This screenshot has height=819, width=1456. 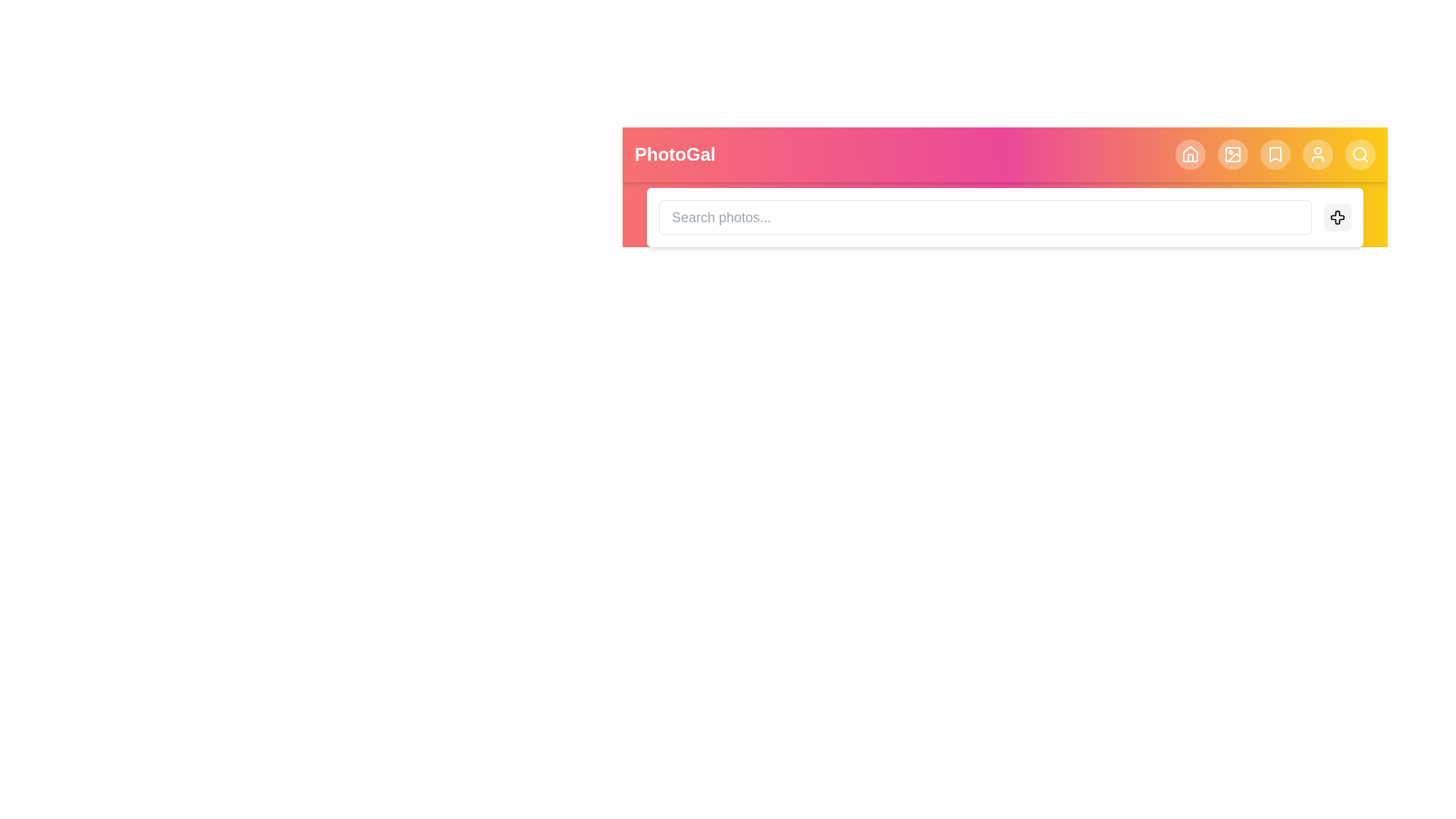 I want to click on the search bar to focus on it, so click(x=985, y=217).